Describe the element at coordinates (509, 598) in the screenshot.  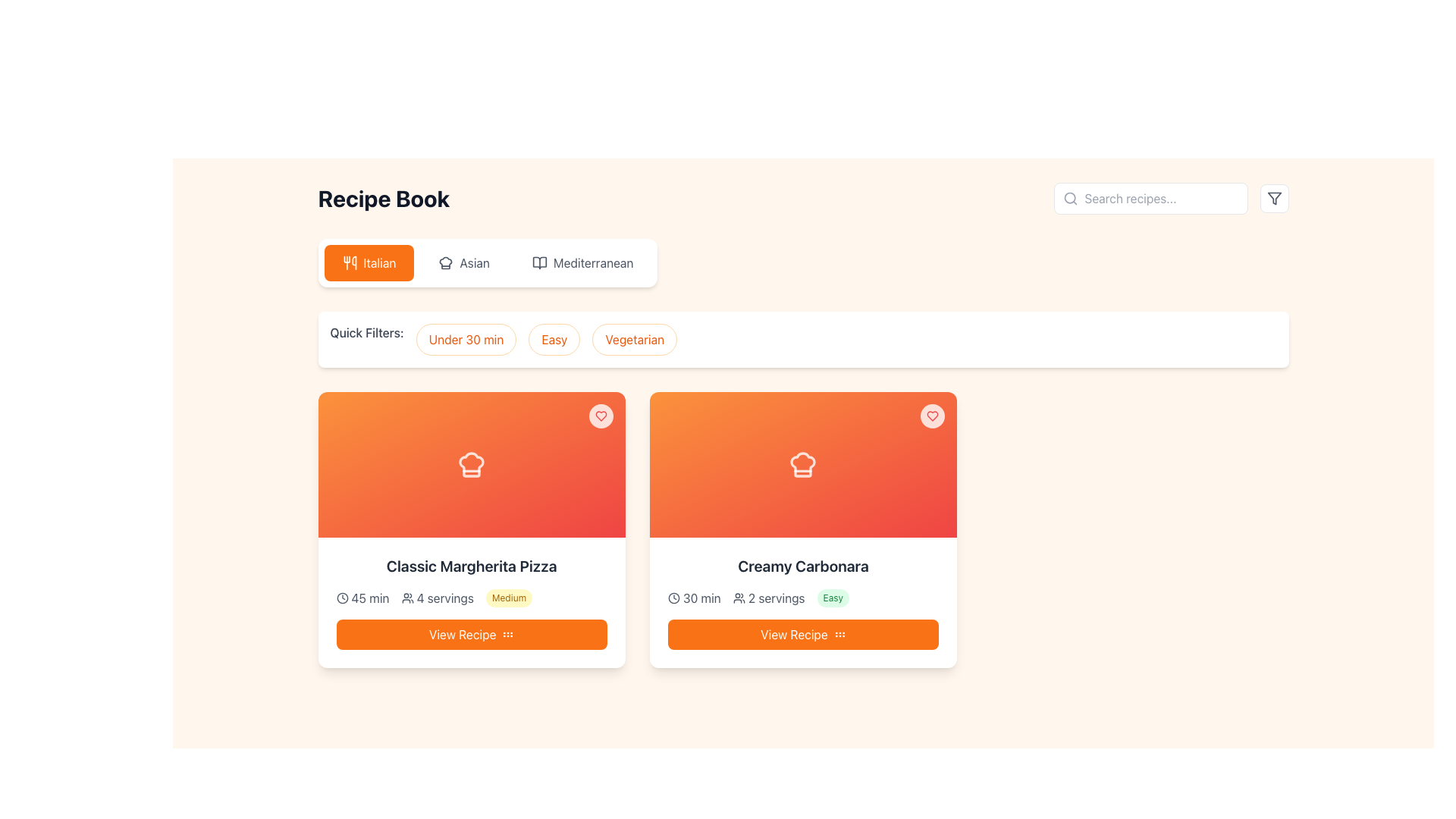
I see `the difficulty level indicator label or badge located at the bottom section of the 'Classic Margherita Pizza' card, positioned to the right of '4 servings' and beneath '45 min'` at that location.